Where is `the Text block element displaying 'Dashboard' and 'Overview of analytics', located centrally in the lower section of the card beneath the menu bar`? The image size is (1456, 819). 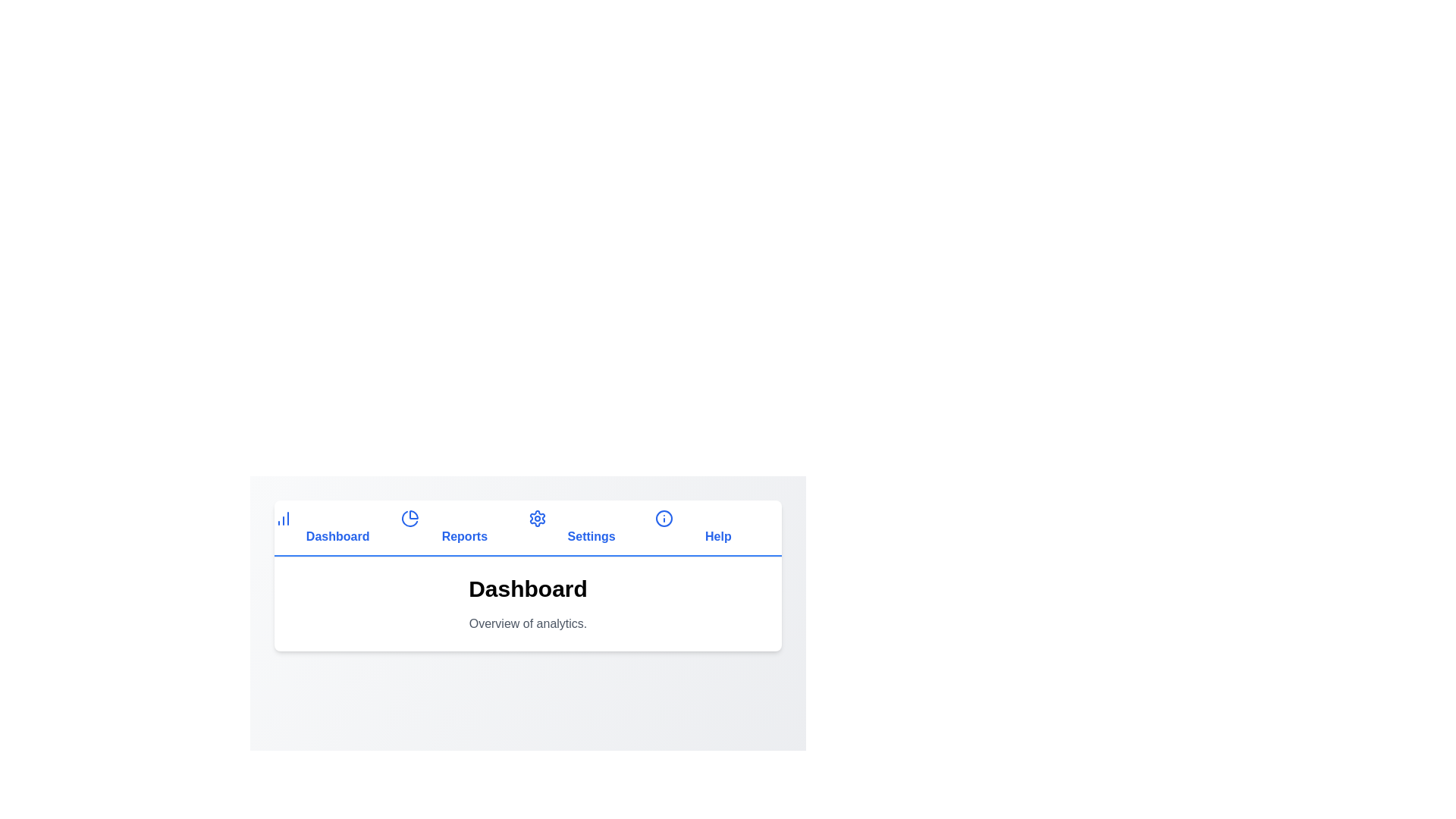
the Text block element displaying 'Dashboard' and 'Overview of analytics', located centrally in the lower section of the card beneath the menu bar is located at coordinates (528, 604).